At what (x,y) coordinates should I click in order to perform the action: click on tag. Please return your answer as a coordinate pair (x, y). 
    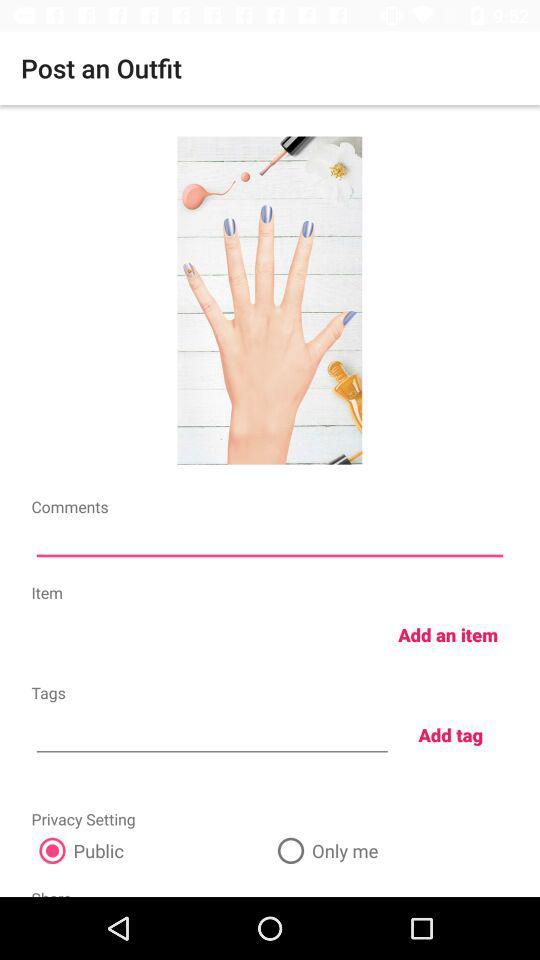
    Looking at the image, I should click on (211, 732).